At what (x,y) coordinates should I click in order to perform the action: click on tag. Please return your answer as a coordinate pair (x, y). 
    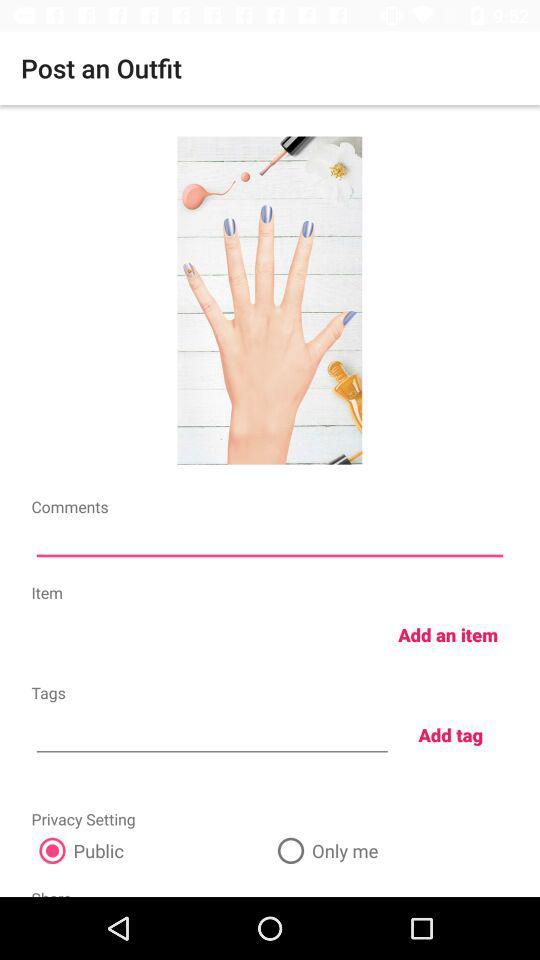
    Looking at the image, I should click on (211, 732).